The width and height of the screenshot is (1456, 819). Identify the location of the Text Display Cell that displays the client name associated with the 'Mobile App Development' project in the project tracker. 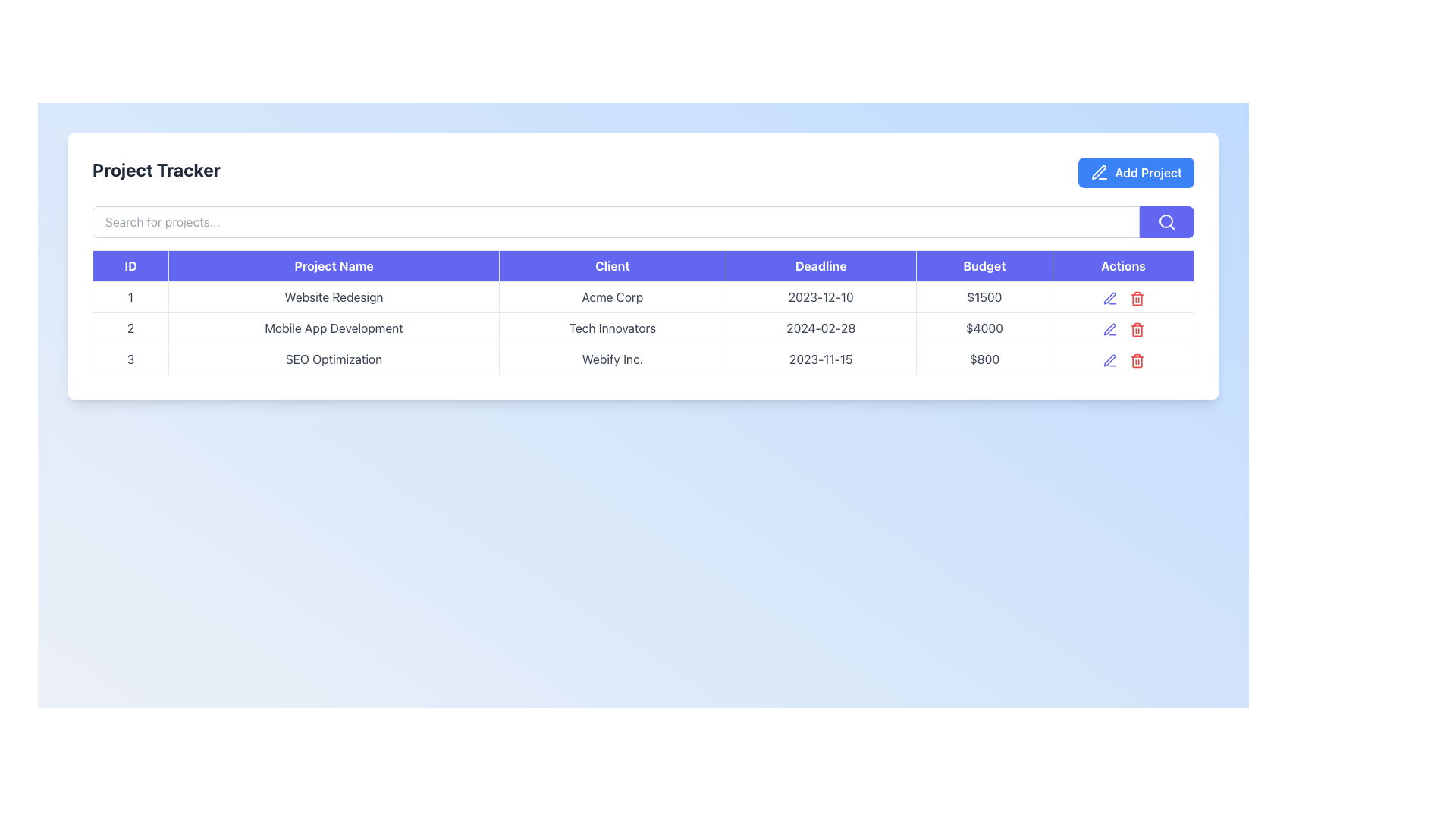
(612, 327).